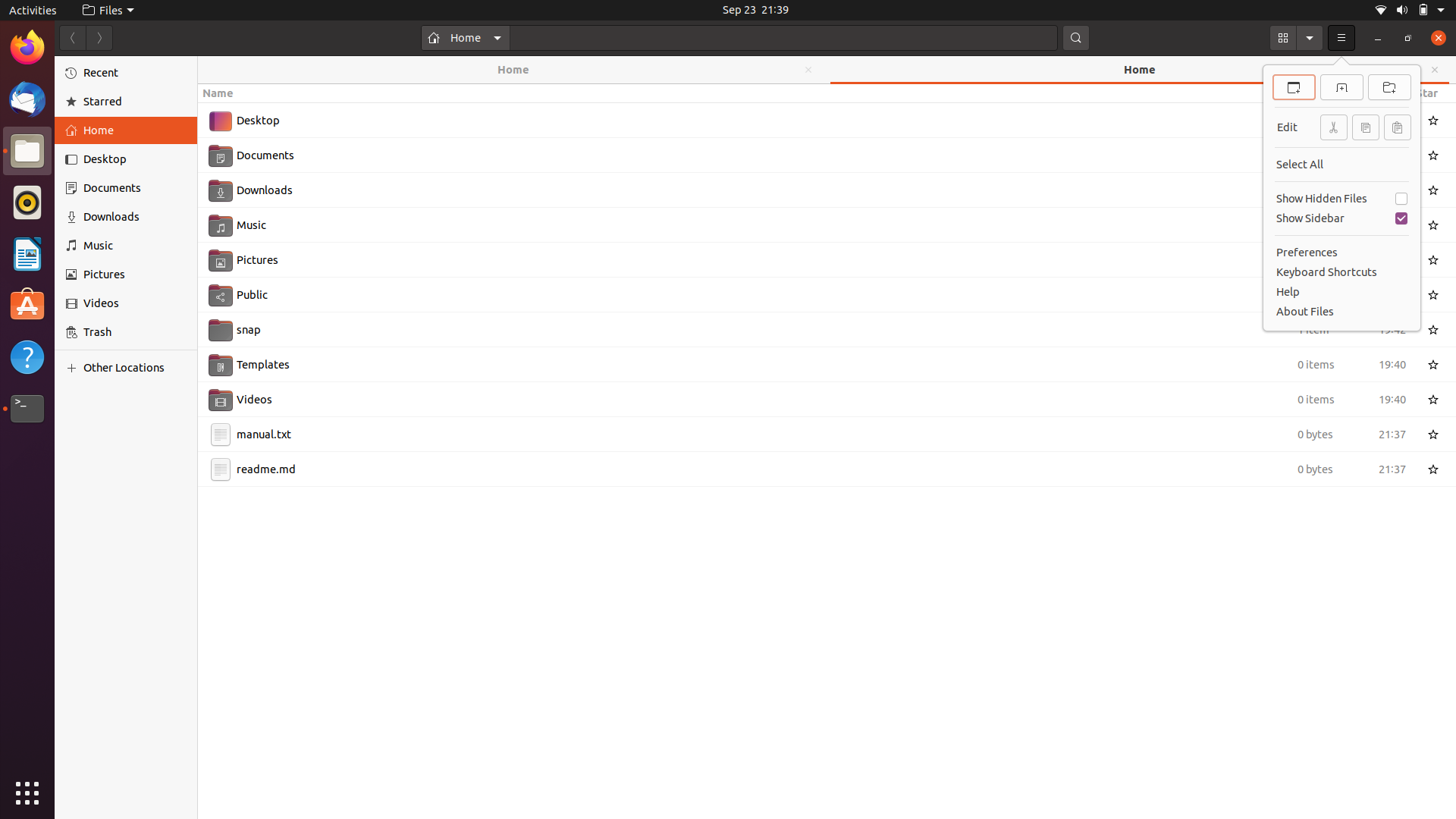 This screenshot has width=1456, height=819. I want to click on Create a new directory using keyboard and mouse, so click(1390, 86).